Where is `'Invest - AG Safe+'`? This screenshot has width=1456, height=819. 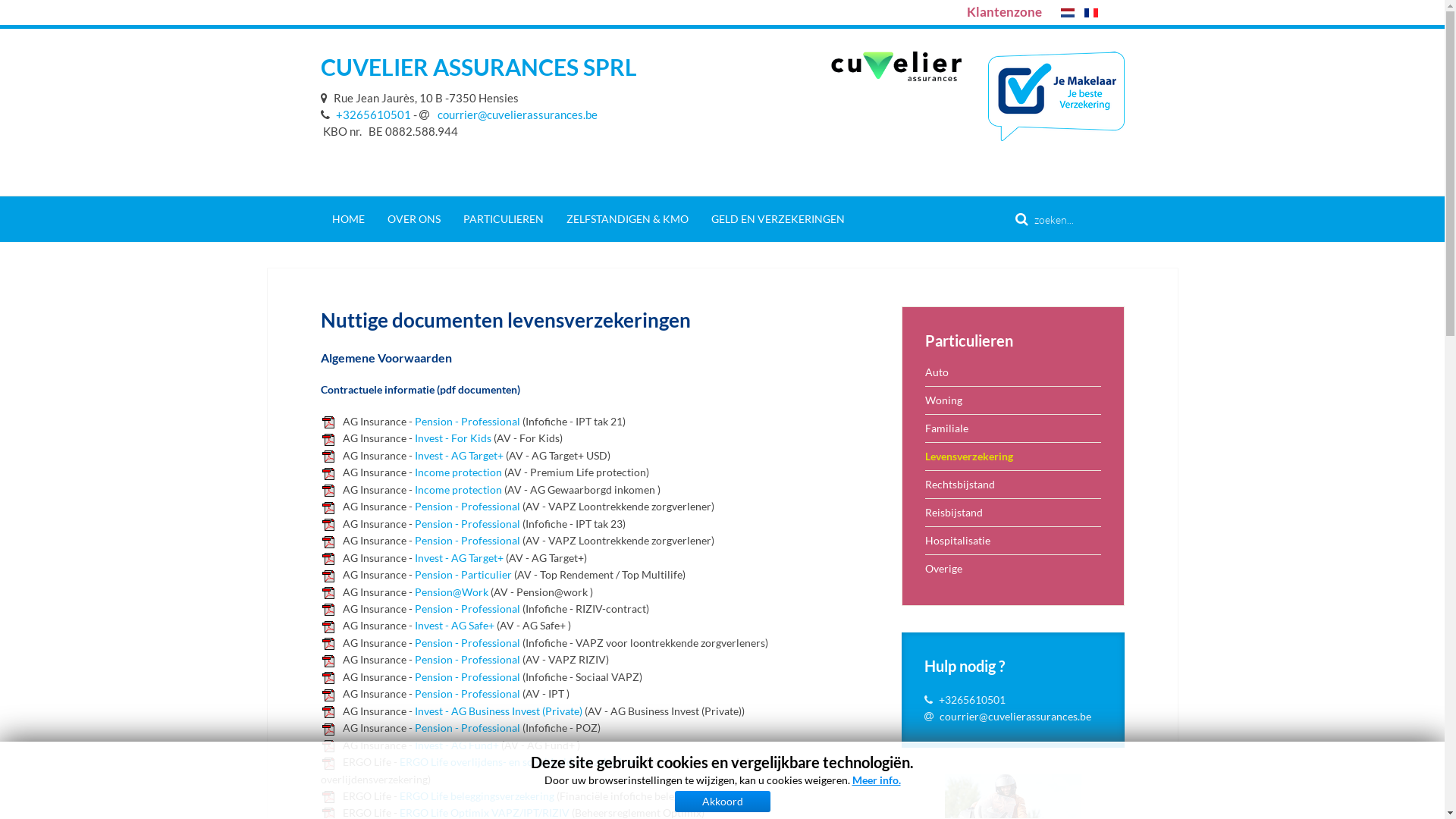
'Invest - AG Safe+' is located at coordinates (453, 625).